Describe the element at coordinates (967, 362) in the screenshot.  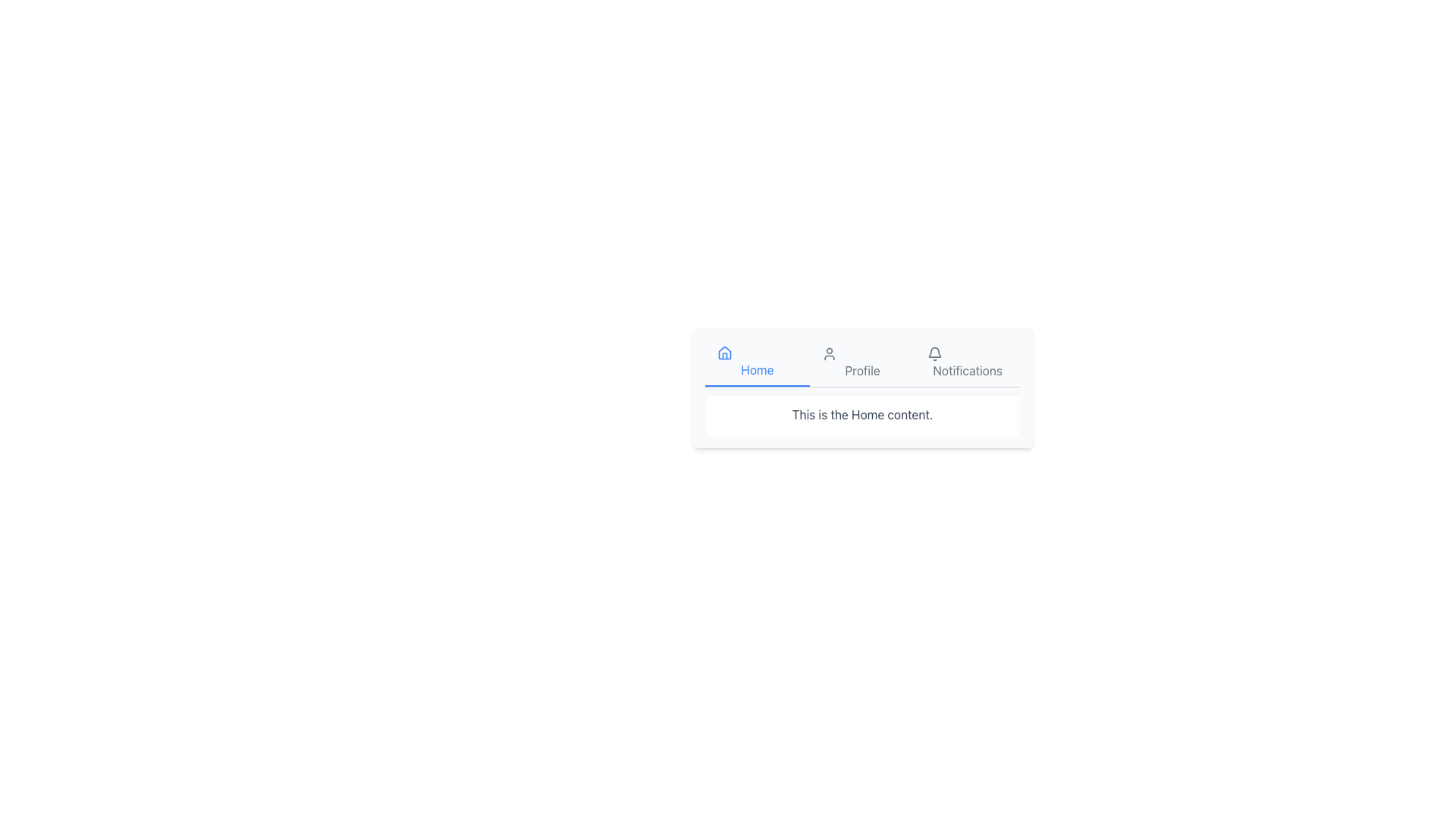
I see `the 'Notifications' button located in the navigation bar, which features a bell icon and changes color on hover` at that location.